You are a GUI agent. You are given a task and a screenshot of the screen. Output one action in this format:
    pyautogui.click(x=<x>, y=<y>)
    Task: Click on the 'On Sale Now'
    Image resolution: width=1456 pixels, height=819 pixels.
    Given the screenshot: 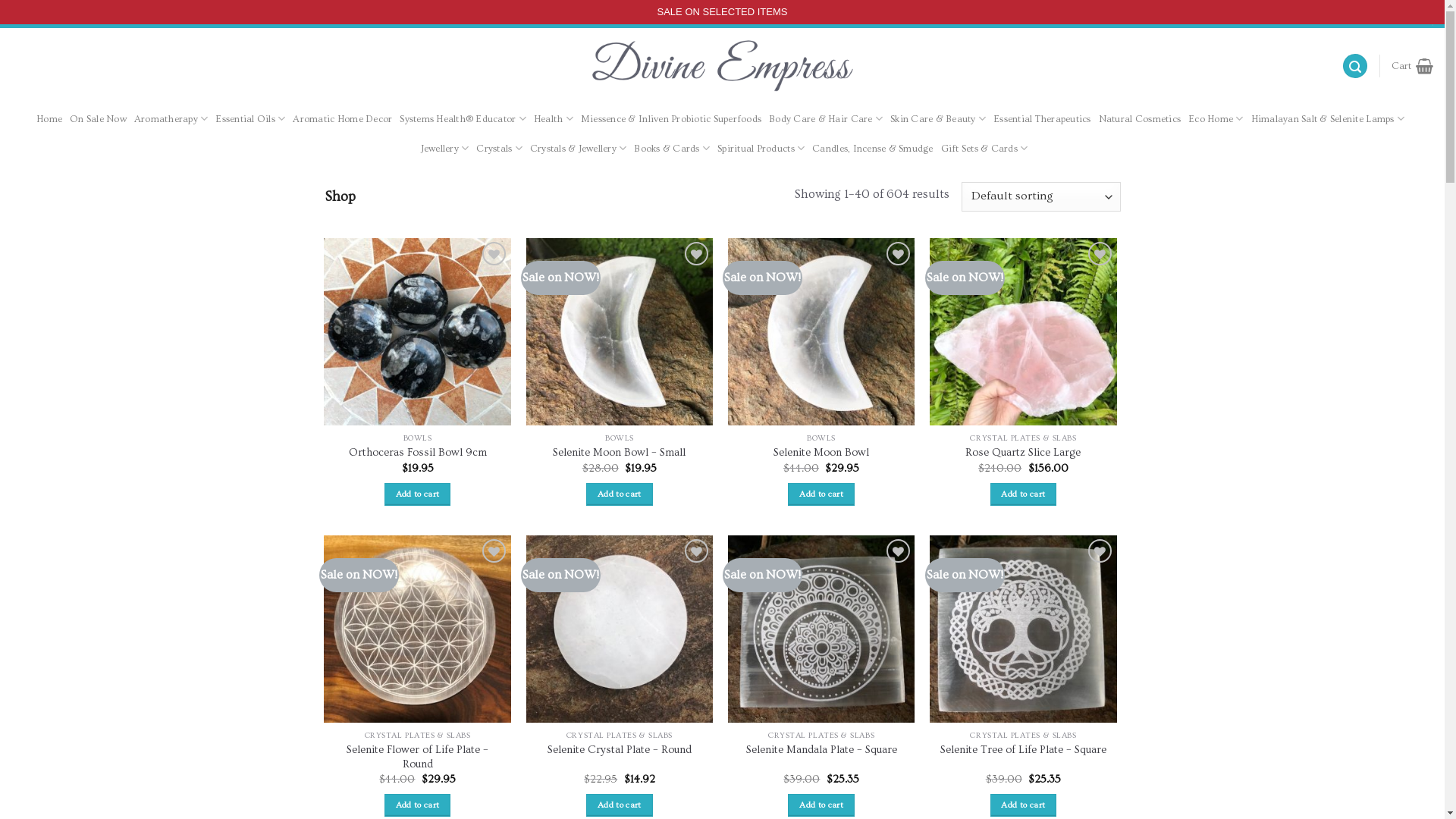 What is the action you would take?
    pyautogui.click(x=97, y=118)
    